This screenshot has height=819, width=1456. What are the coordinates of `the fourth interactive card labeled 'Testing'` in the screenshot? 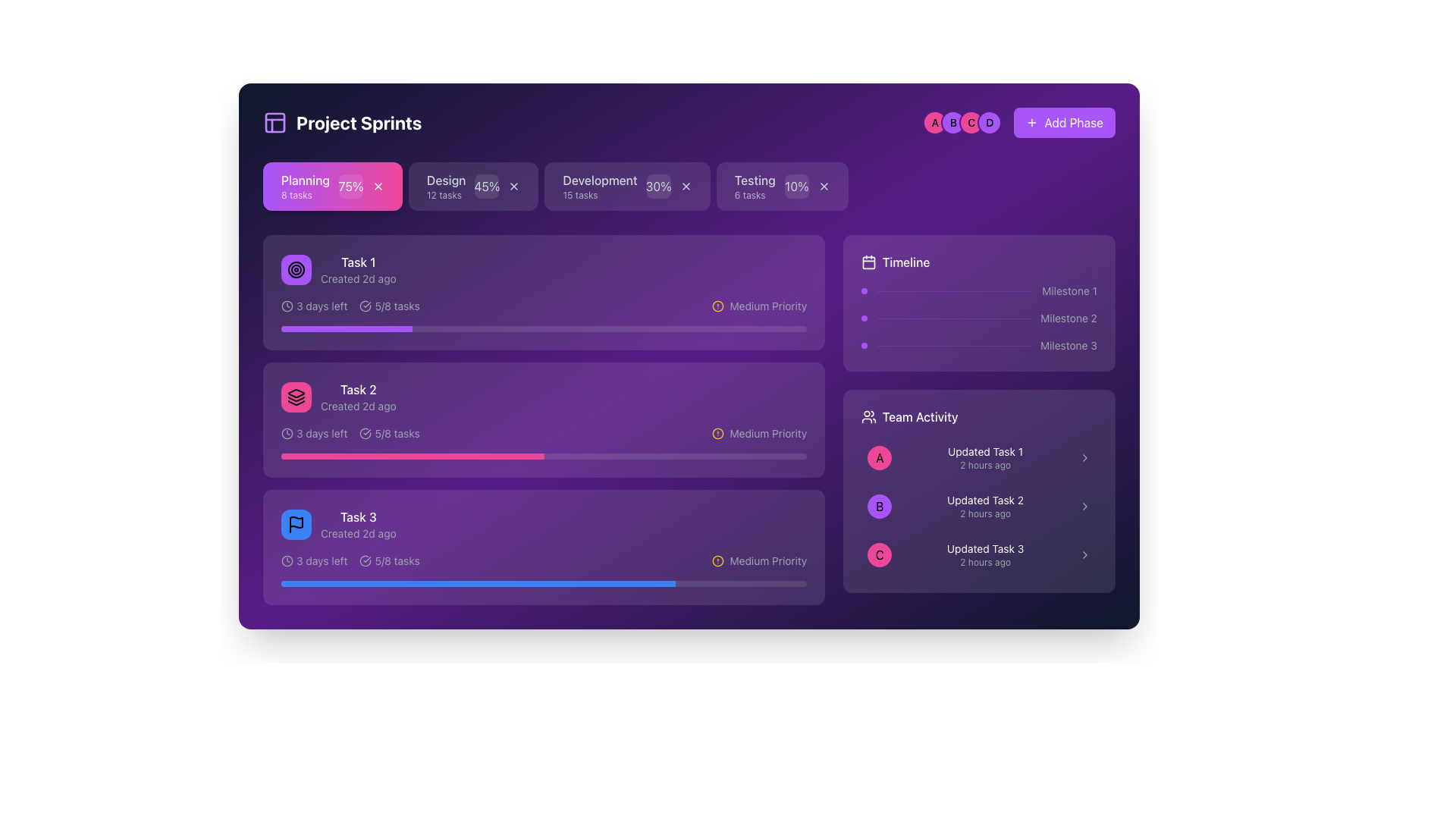 It's located at (782, 186).